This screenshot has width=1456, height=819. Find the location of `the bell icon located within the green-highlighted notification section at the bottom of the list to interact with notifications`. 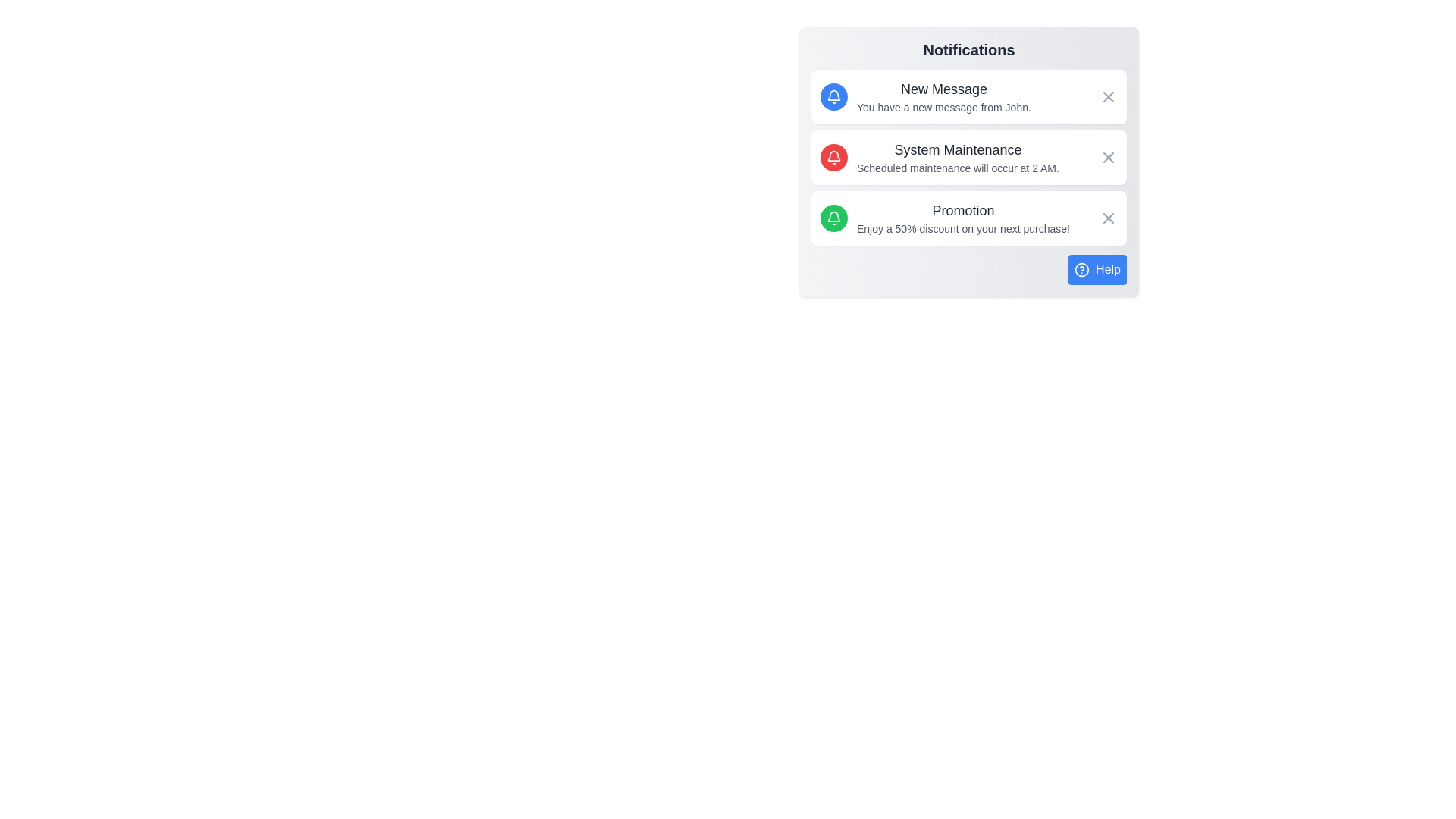

the bell icon located within the green-highlighted notification section at the bottom of the list to interact with notifications is located at coordinates (833, 218).